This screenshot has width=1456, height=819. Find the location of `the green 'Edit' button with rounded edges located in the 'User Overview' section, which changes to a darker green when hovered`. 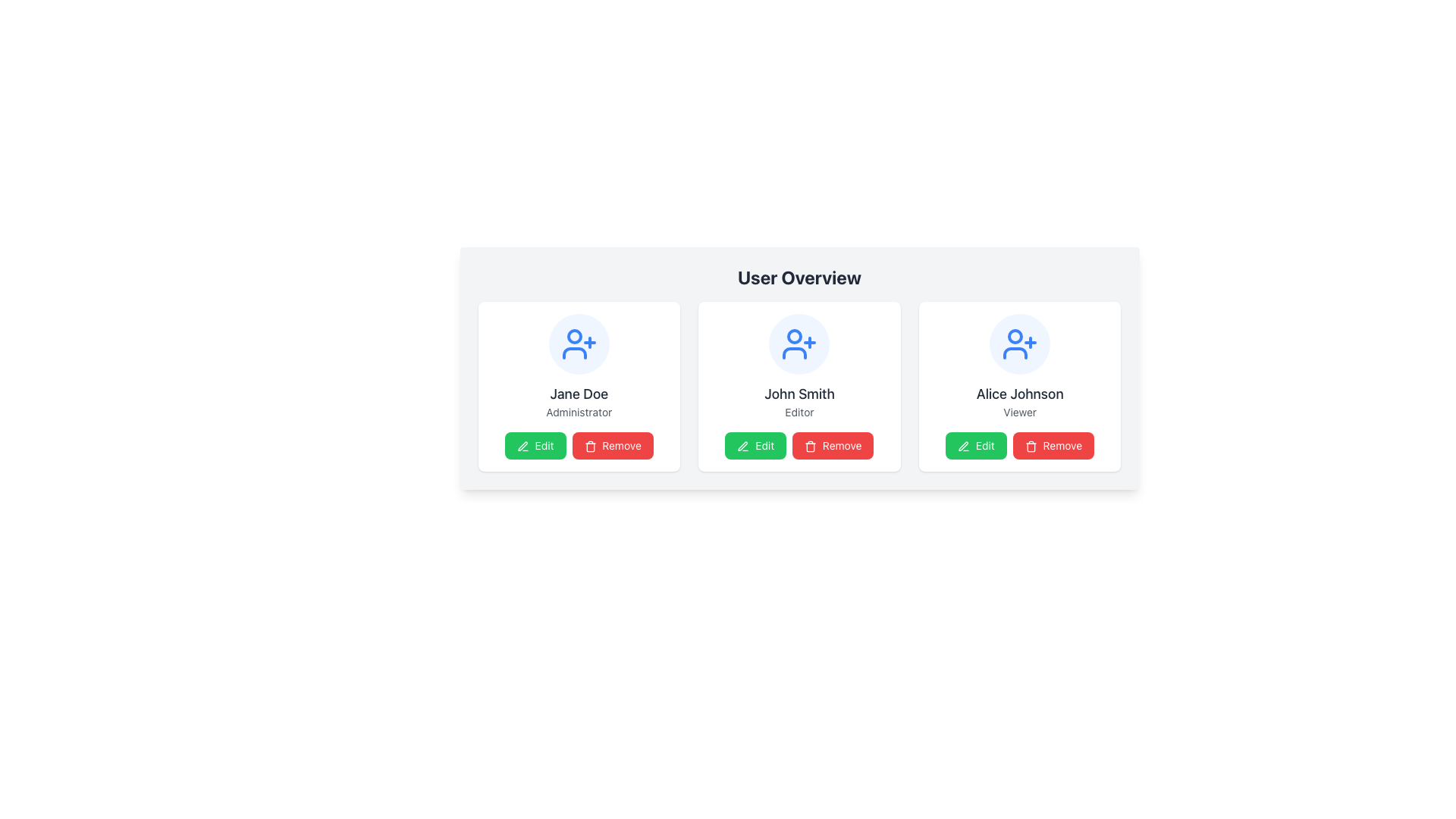

the green 'Edit' button with rounded edges located in the 'User Overview' section, which changes to a darker green when hovered is located at coordinates (535, 444).